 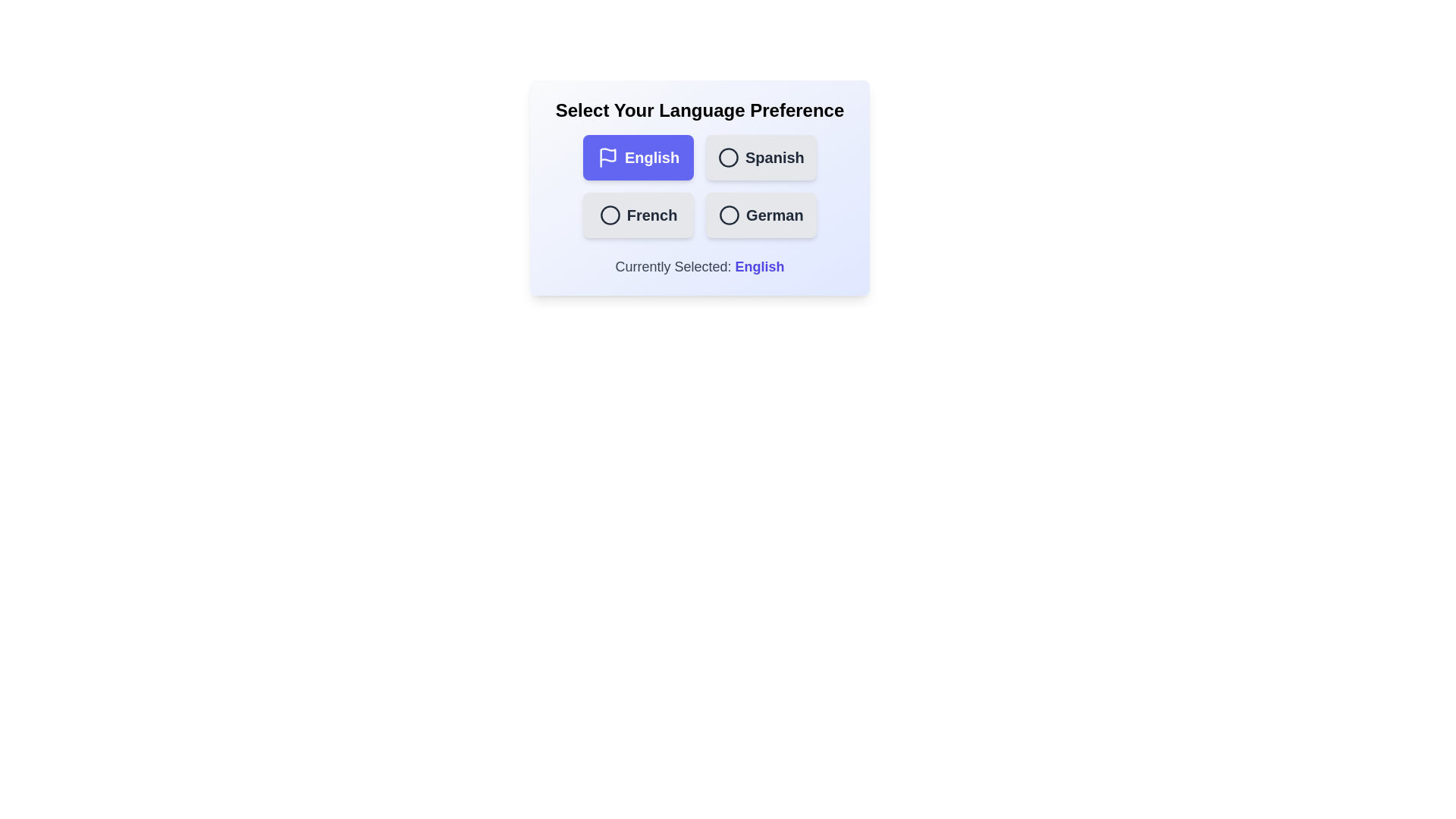 I want to click on the language English by clicking on its button, so click(x=638, y=158).